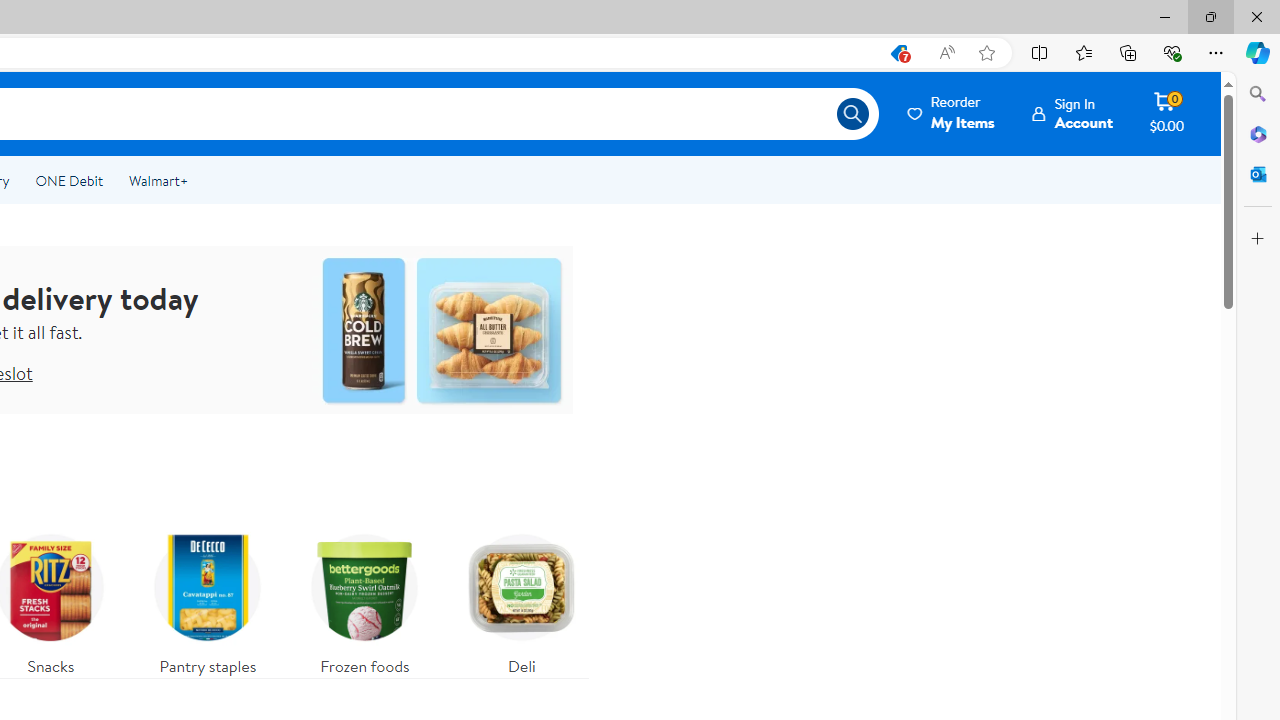 The height and width of the screenshot is (720, 1280). What do you see at coordinates (157, 181) in the screenshot?
I see `'Walmart+'` at bounding box center [157, 181].